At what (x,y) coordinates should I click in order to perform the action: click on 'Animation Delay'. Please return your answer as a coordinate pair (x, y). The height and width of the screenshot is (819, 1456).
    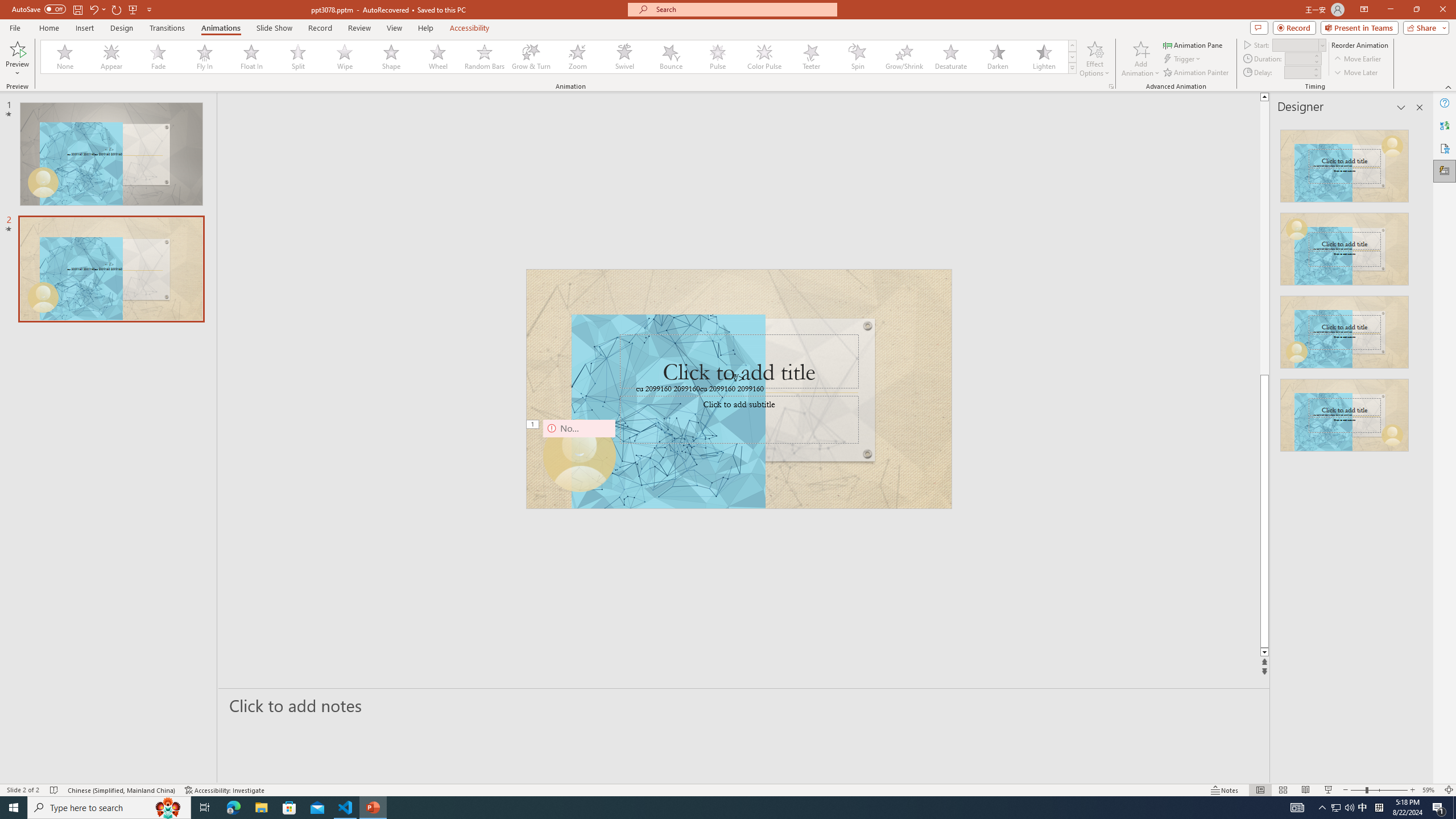
    Looking at the image, I should click on (1296, 72).